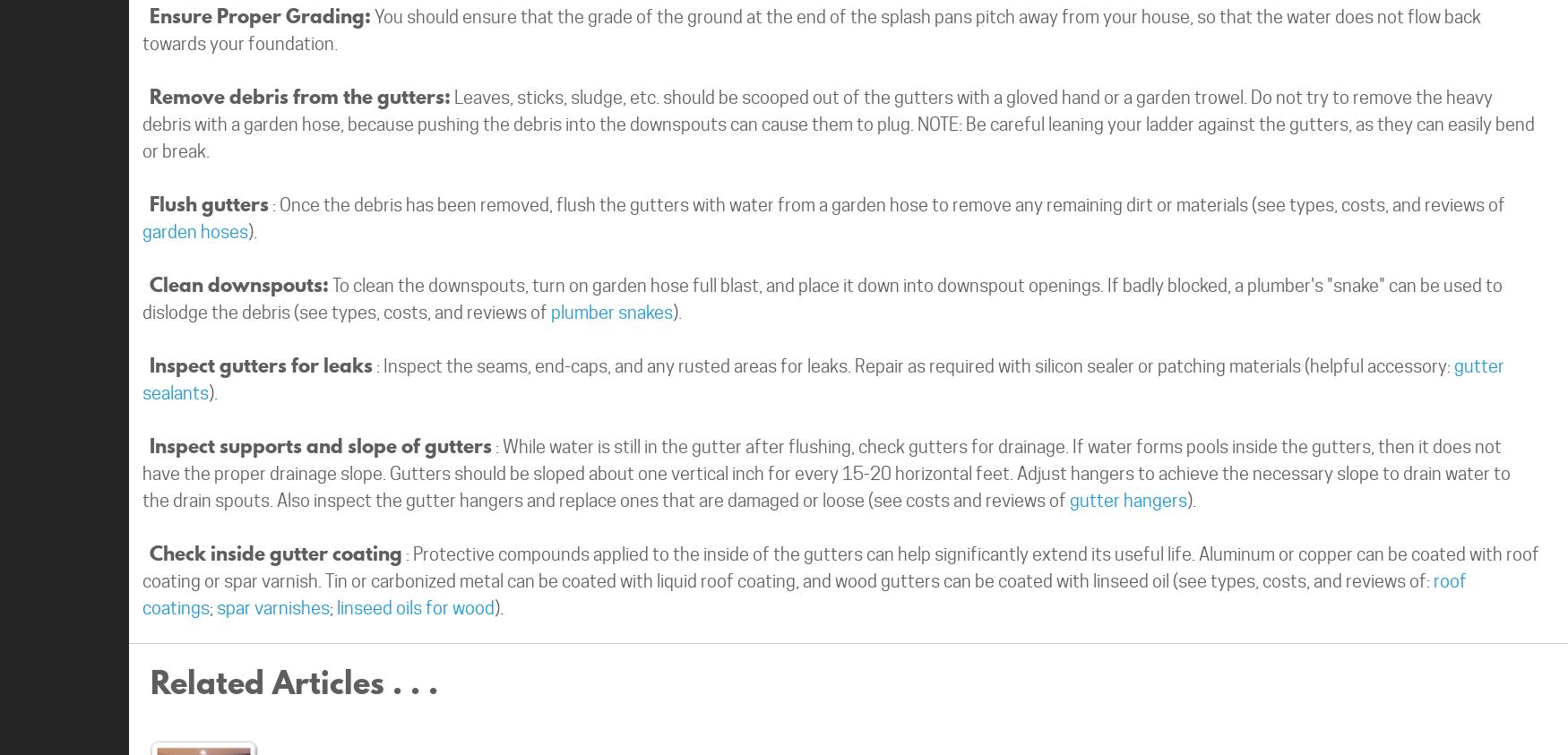 This screenshot has width=1568, height=755. What do you see at coordinates (260, 364) in the screenshot?
I see `'Inspect gutters for leaks'` at bounding box center [260, 364].